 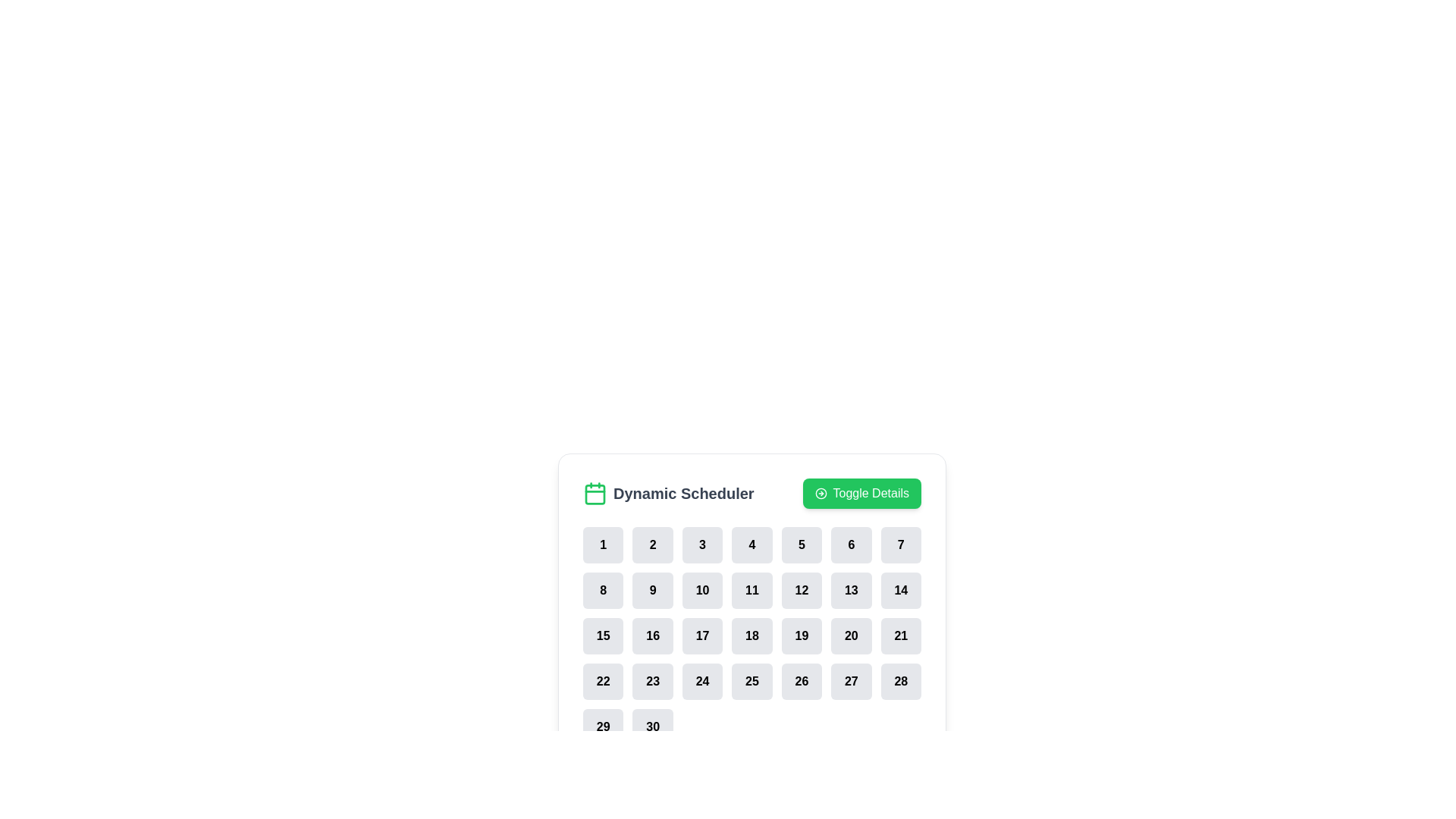 What do you see at coordinates (701, 680) in the screenshot?
I see `the button representing the 24th day in the calendar grid` at bounding box center [701, 680].